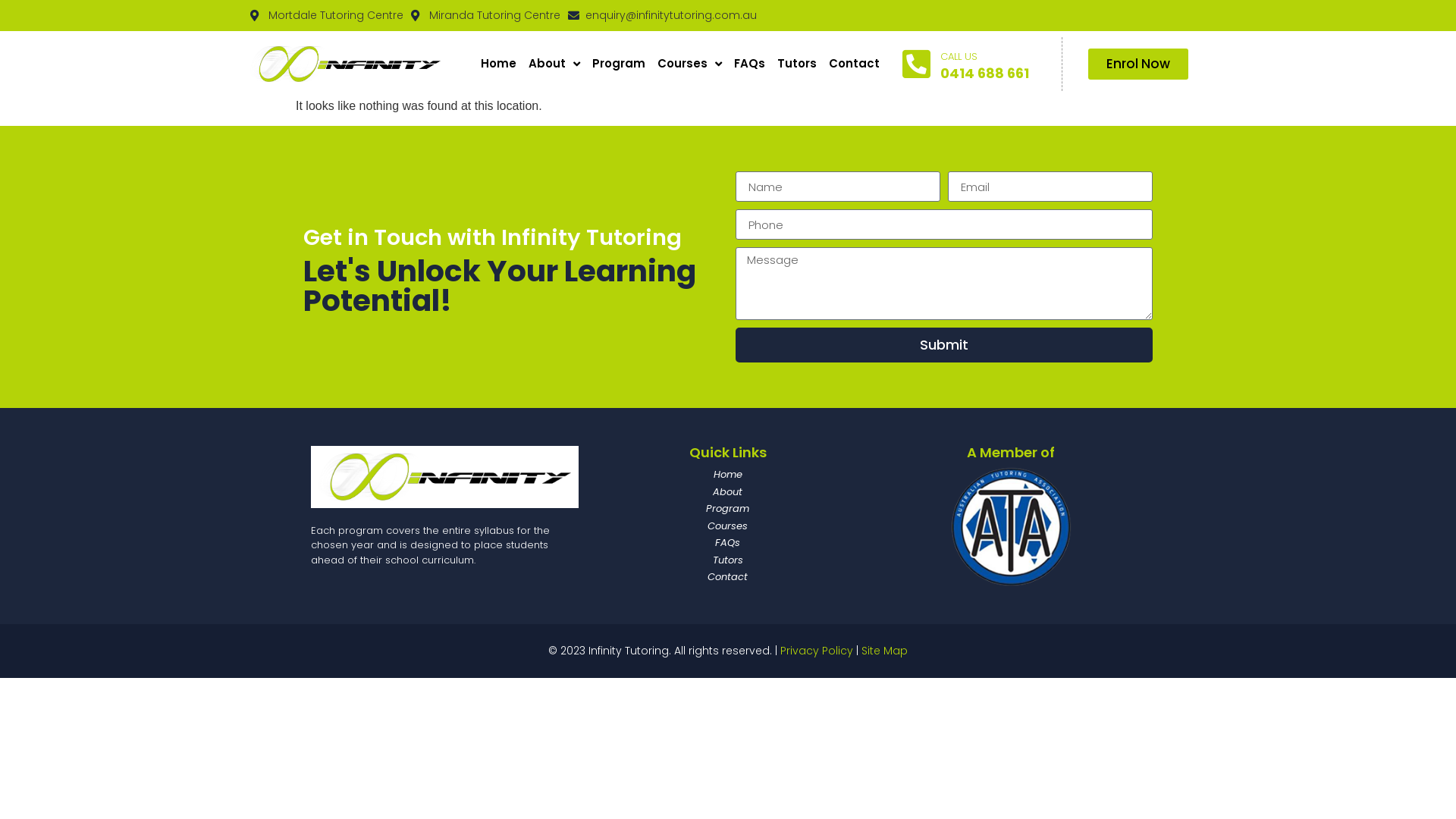 The image size is (1456, 819). I want to click on 'Home', so click(592, 473).